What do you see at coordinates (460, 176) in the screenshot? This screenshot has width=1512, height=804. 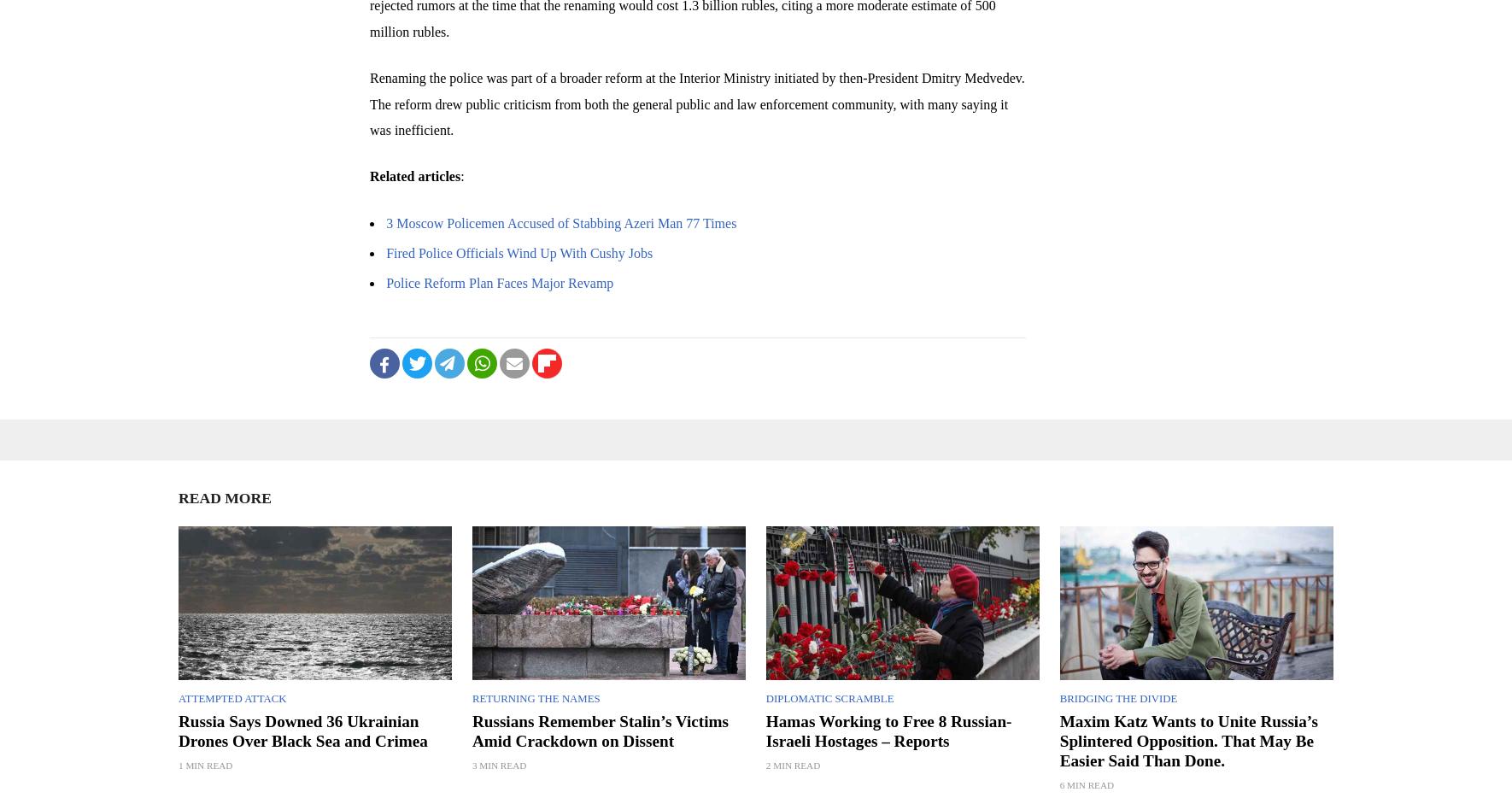 I see `':'` at bounding box center [460, 176].